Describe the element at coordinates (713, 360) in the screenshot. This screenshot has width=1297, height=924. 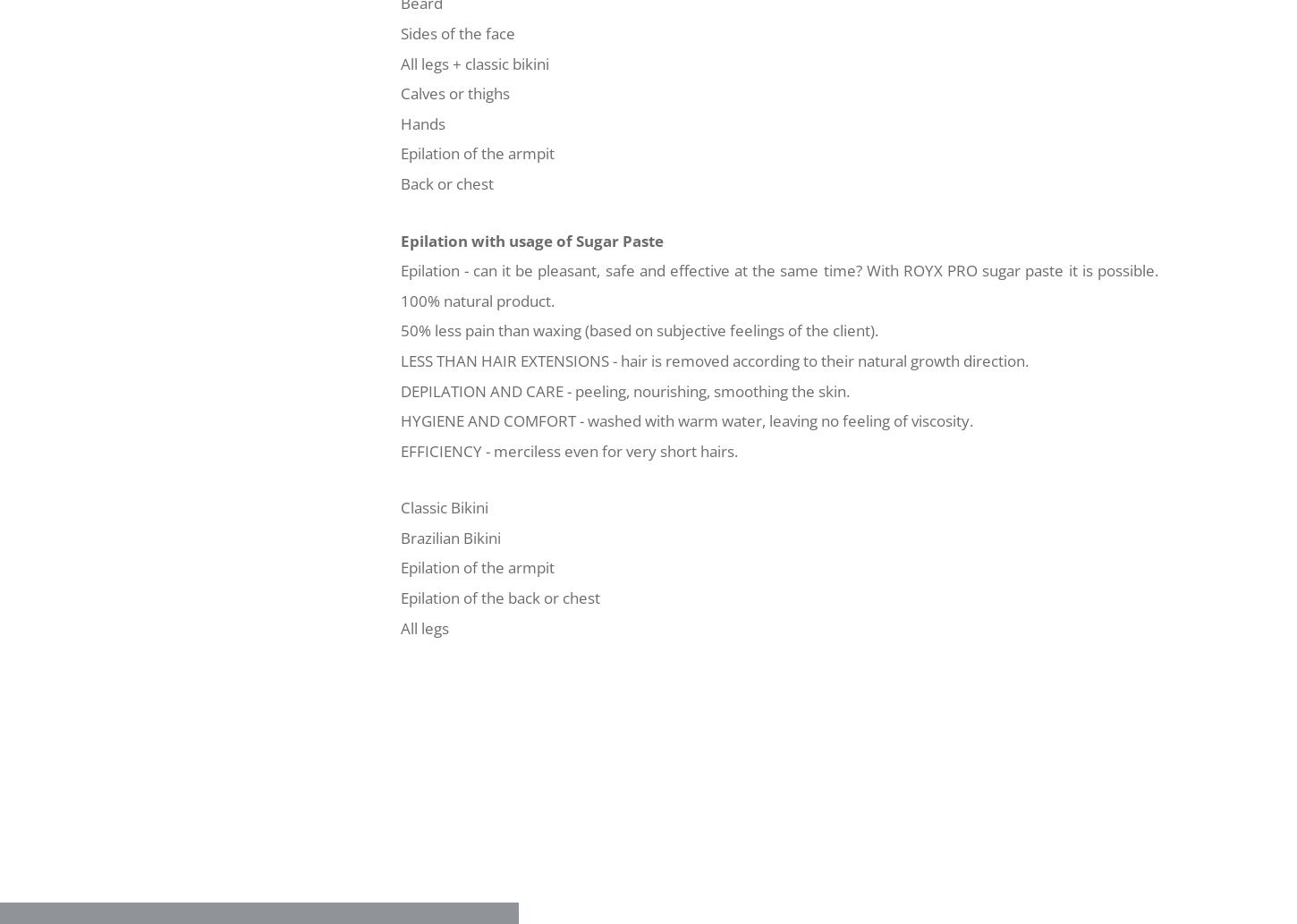
I see `'LESS THAN HAIR EXTENSIONS - hair is removed according to their natural growth direction.'` at that location.